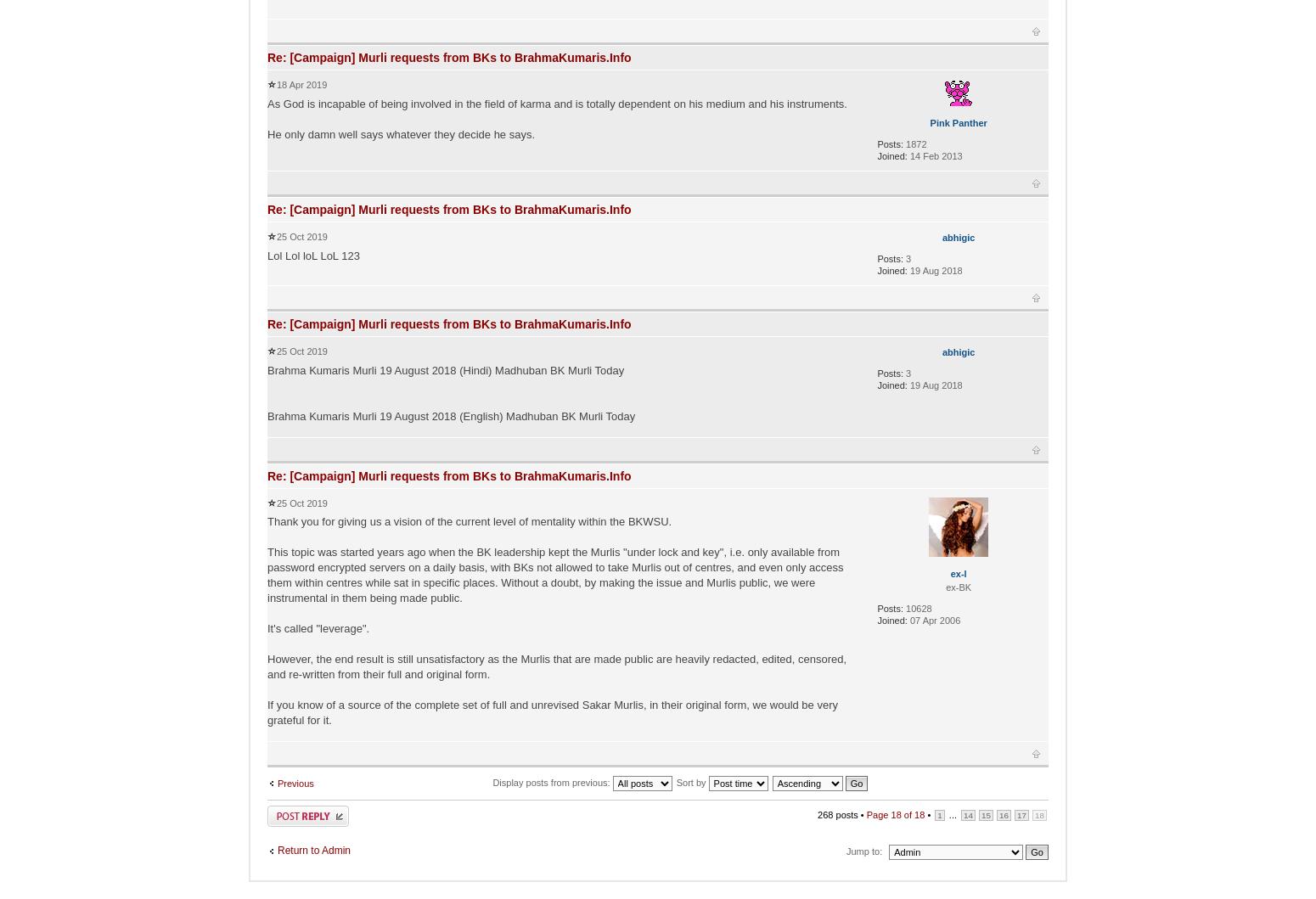 The image size is (1316, 899). I want to click on 'Brahma Kumaris Murli 19 August 2018 (English) Madhuban BK Murli Today', so click(450, 415).